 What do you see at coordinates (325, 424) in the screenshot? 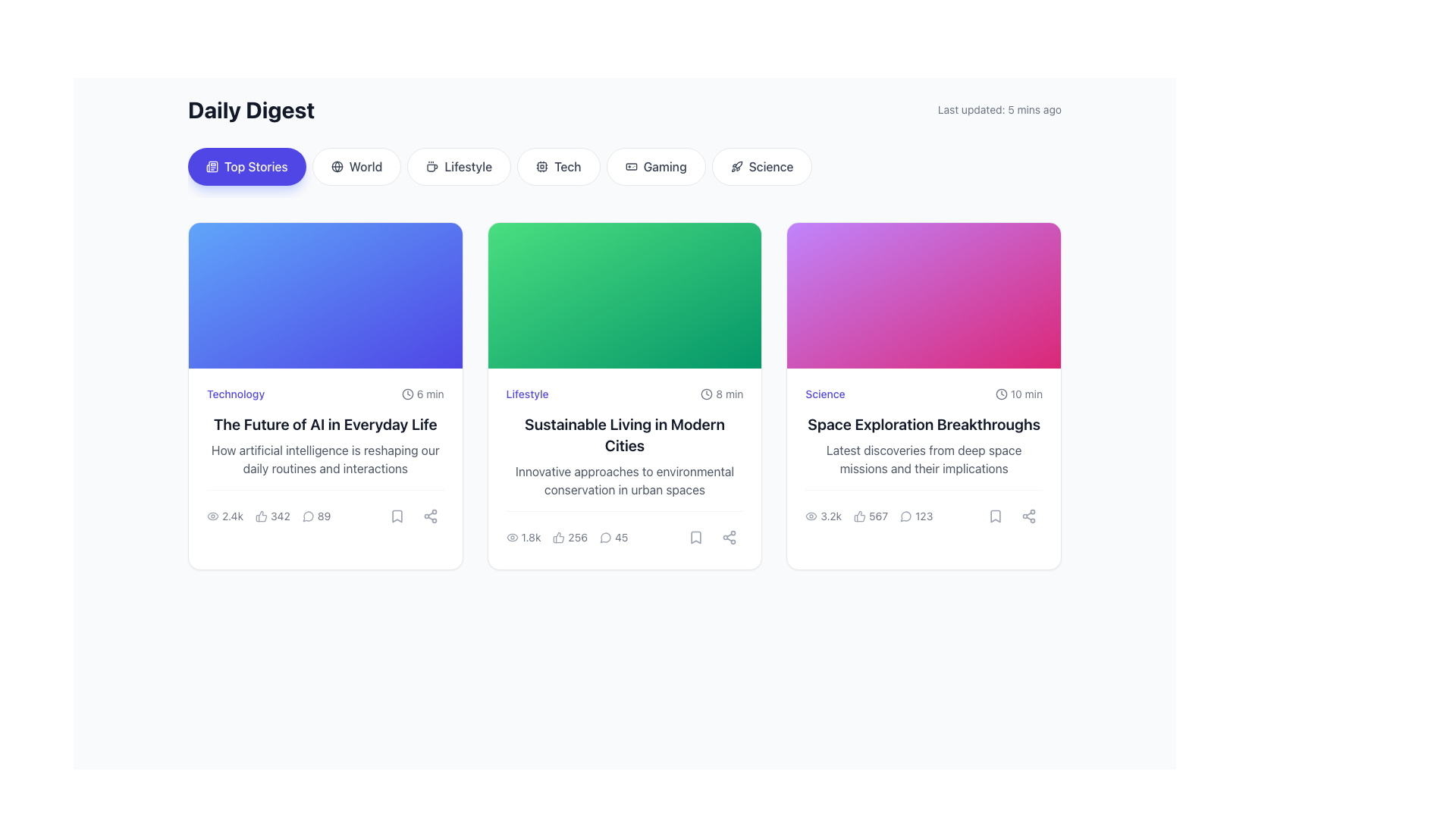
I see `the heading text element located in the 'Daily Digest' section of the first card under the 'Technology' tag` at bounding box center [325, 424].